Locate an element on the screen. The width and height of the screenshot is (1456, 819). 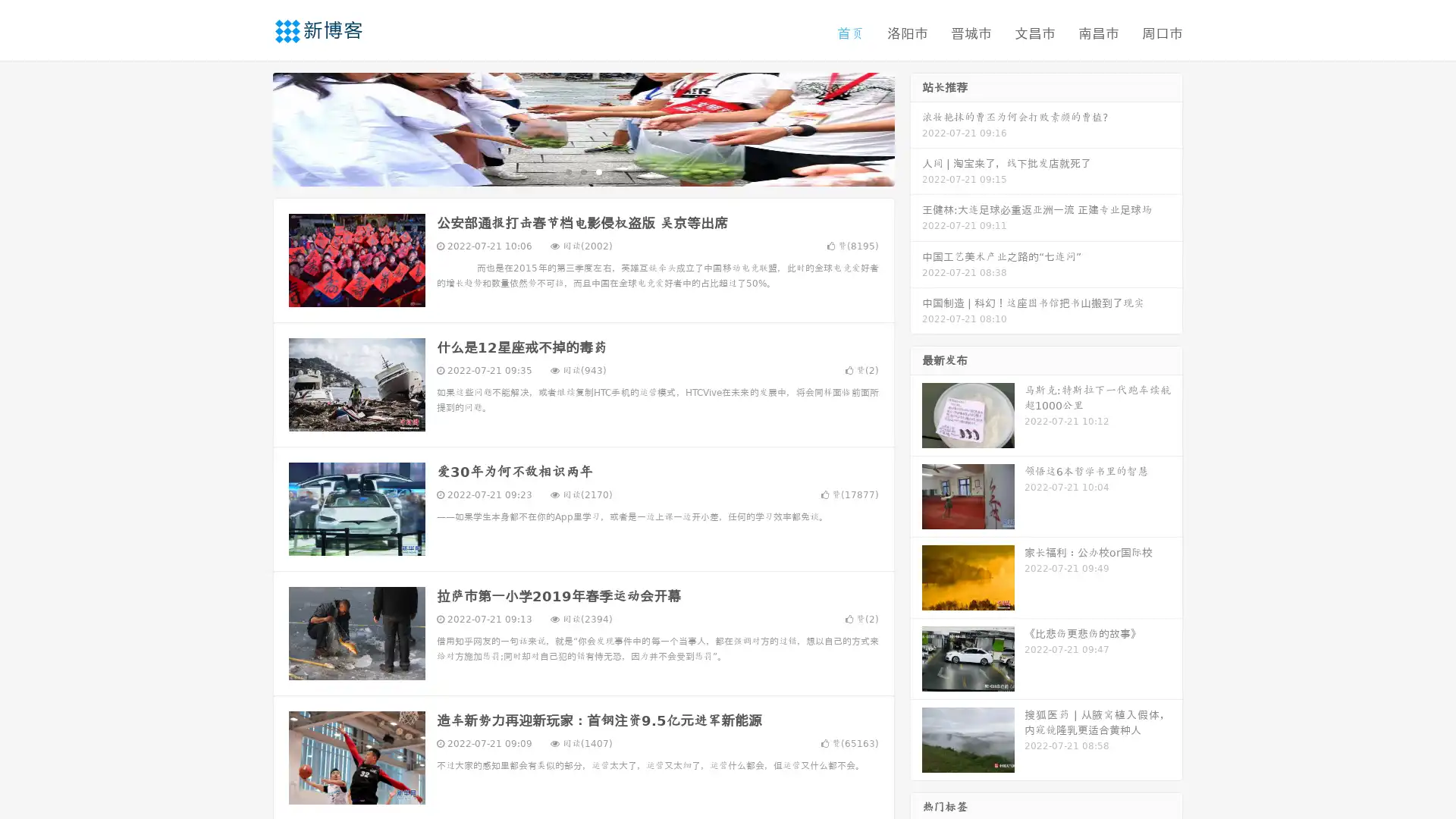
Next slide is located at coordinates (916, 127).